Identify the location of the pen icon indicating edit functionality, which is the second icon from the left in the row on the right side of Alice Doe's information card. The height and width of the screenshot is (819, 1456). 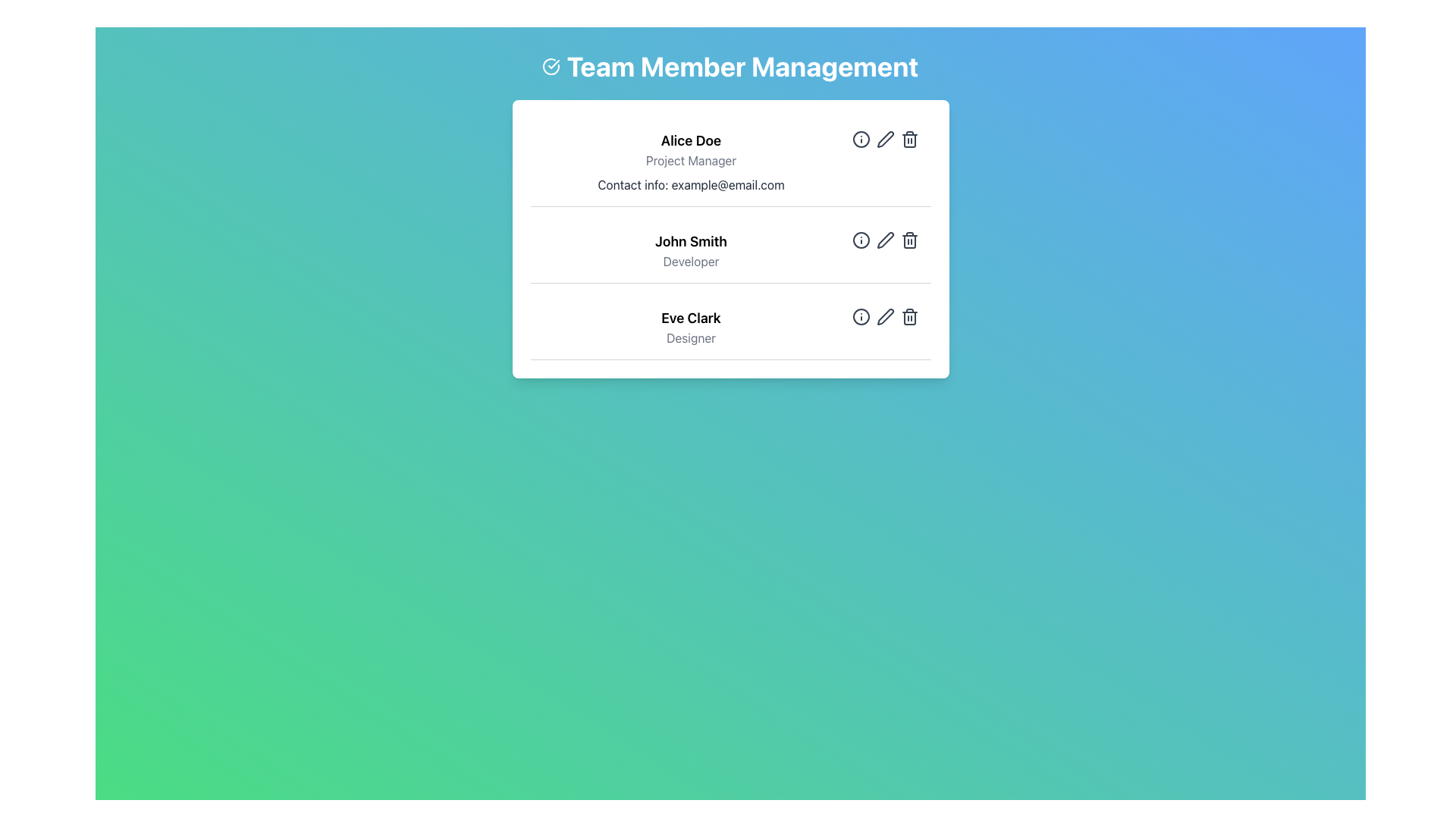
(885, 140).